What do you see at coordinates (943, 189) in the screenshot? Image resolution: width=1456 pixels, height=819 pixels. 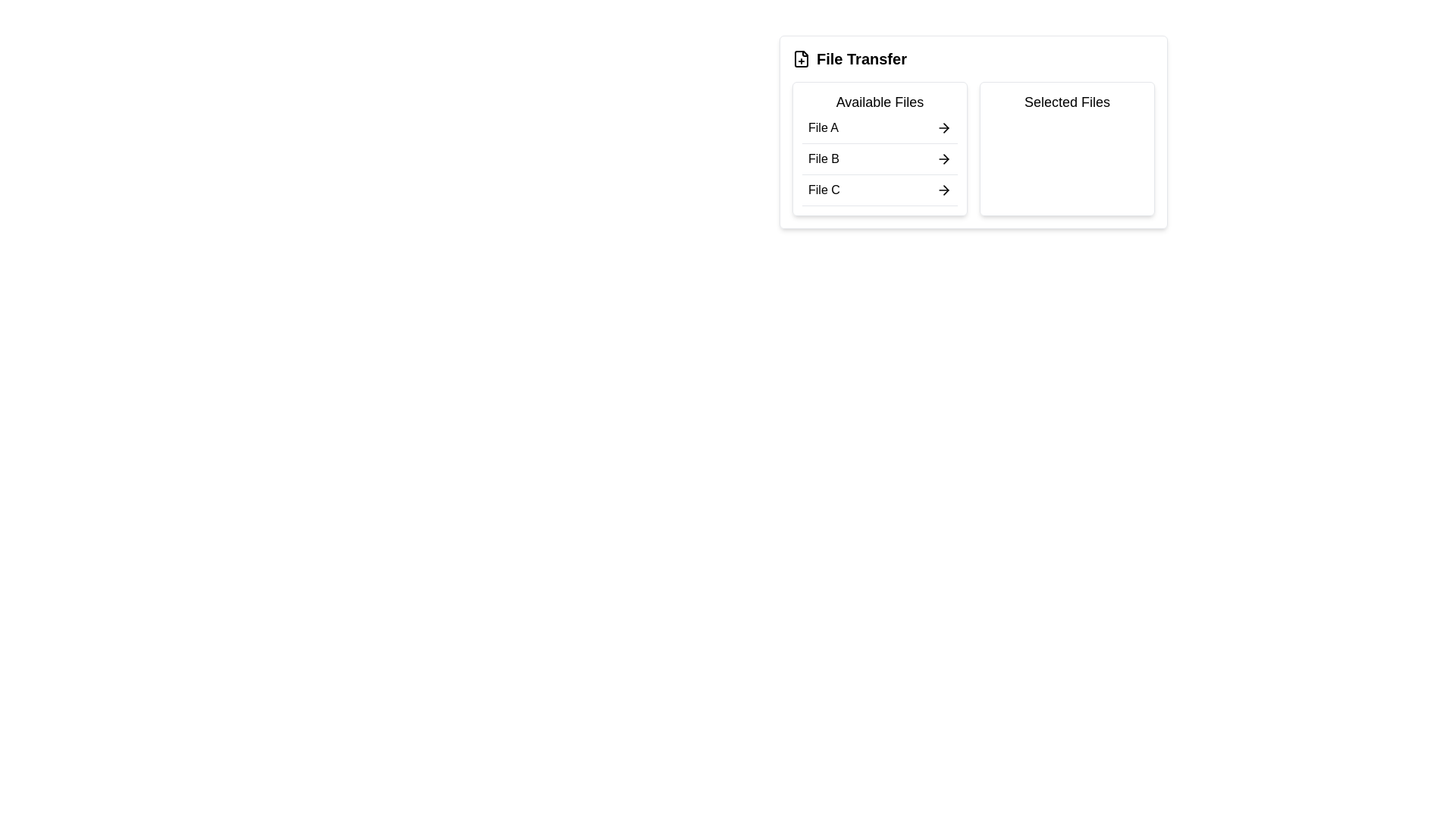 I see `the button on the right side of 'File C' in the 'Available Files' section to initiate the file transfer` at bounding box center [943, 189].